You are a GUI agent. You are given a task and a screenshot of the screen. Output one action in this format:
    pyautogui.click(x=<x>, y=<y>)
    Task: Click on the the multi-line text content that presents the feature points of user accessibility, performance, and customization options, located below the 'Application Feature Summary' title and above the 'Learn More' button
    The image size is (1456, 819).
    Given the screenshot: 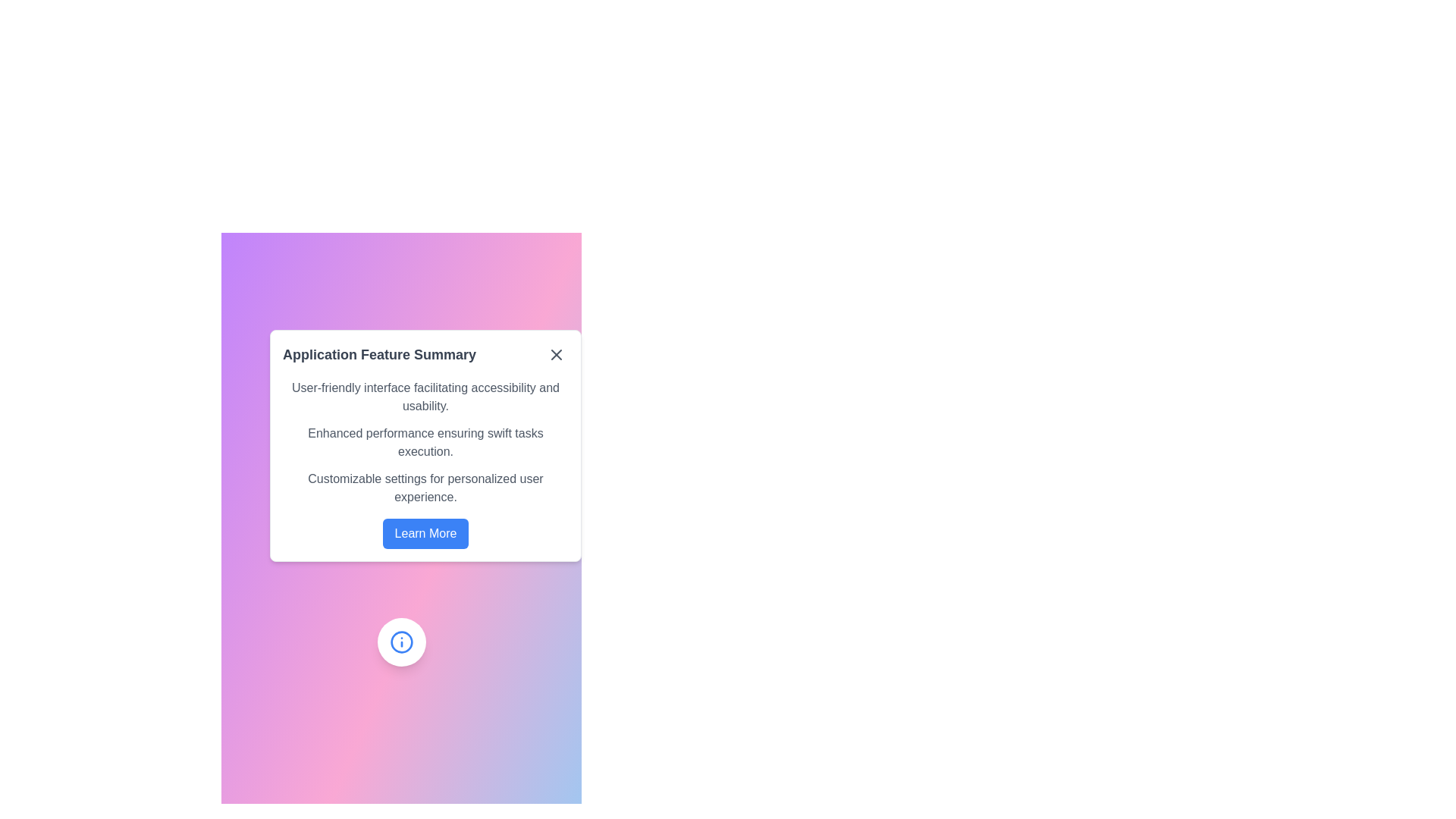 What is the action you would take?
    pyautogui.click(x=425, y=442)
    